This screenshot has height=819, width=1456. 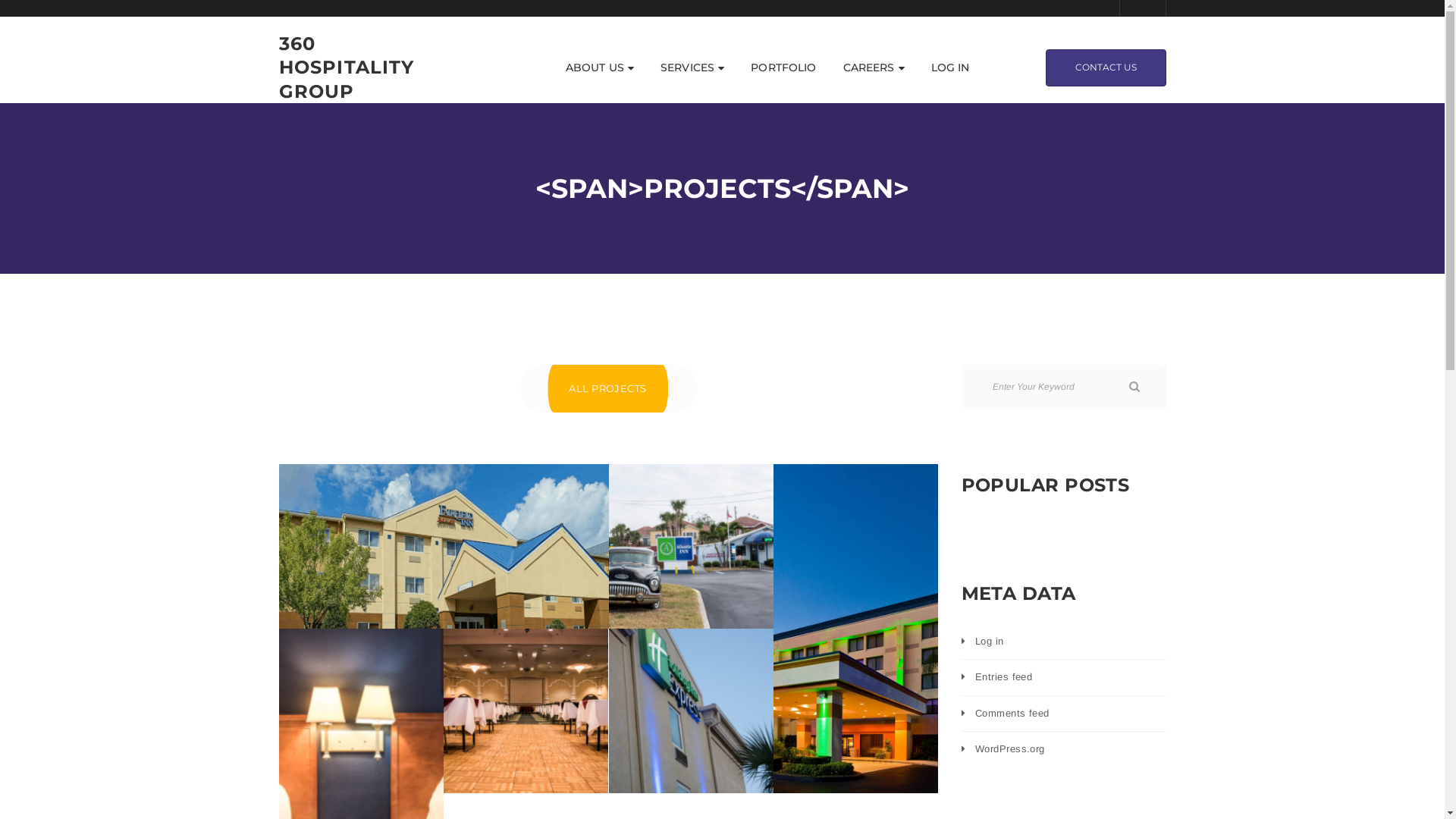 I want to click on 'SERVICES', so click(x=691, y=66).